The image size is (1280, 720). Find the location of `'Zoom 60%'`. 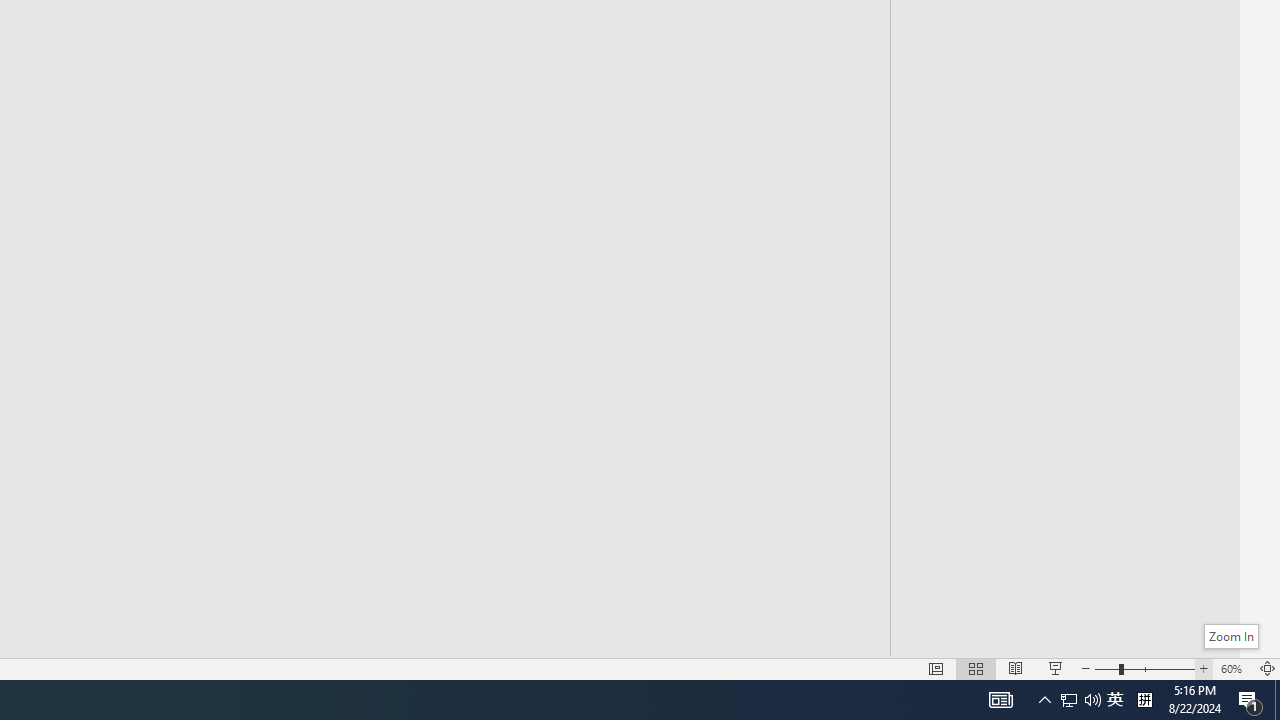

'Zoom 60%' is located at coordinates (1233, 669).